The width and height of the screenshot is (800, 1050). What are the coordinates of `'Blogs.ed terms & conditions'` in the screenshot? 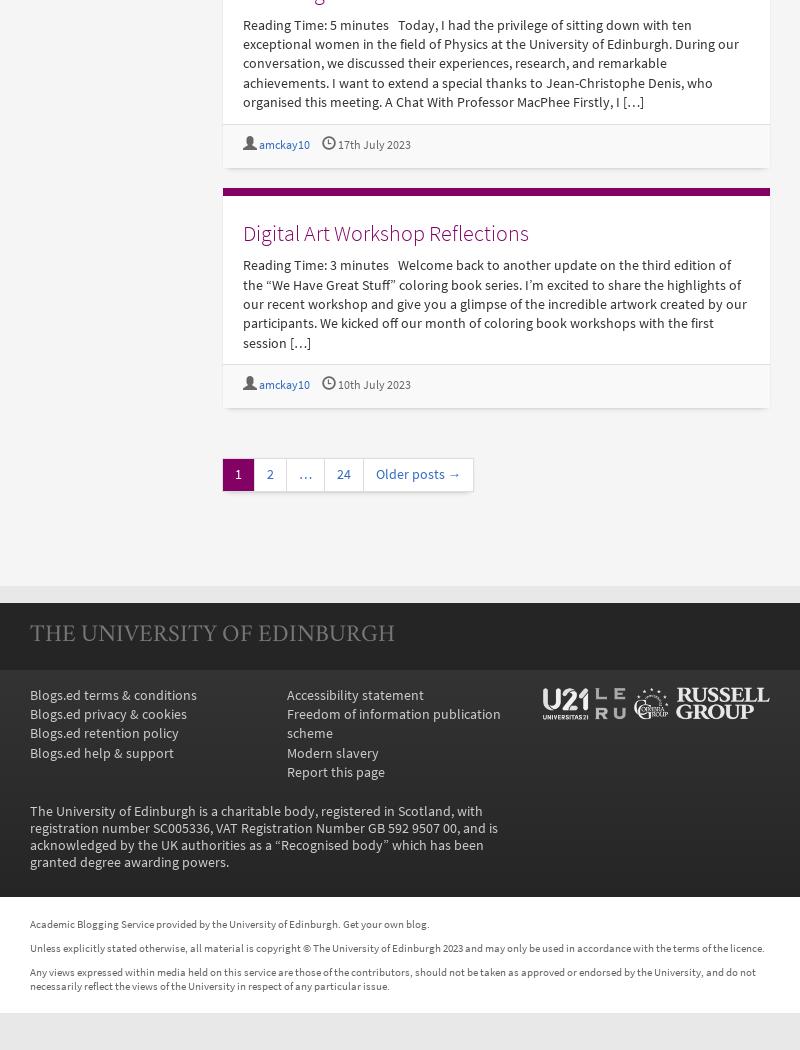 It's located at (112, 694).